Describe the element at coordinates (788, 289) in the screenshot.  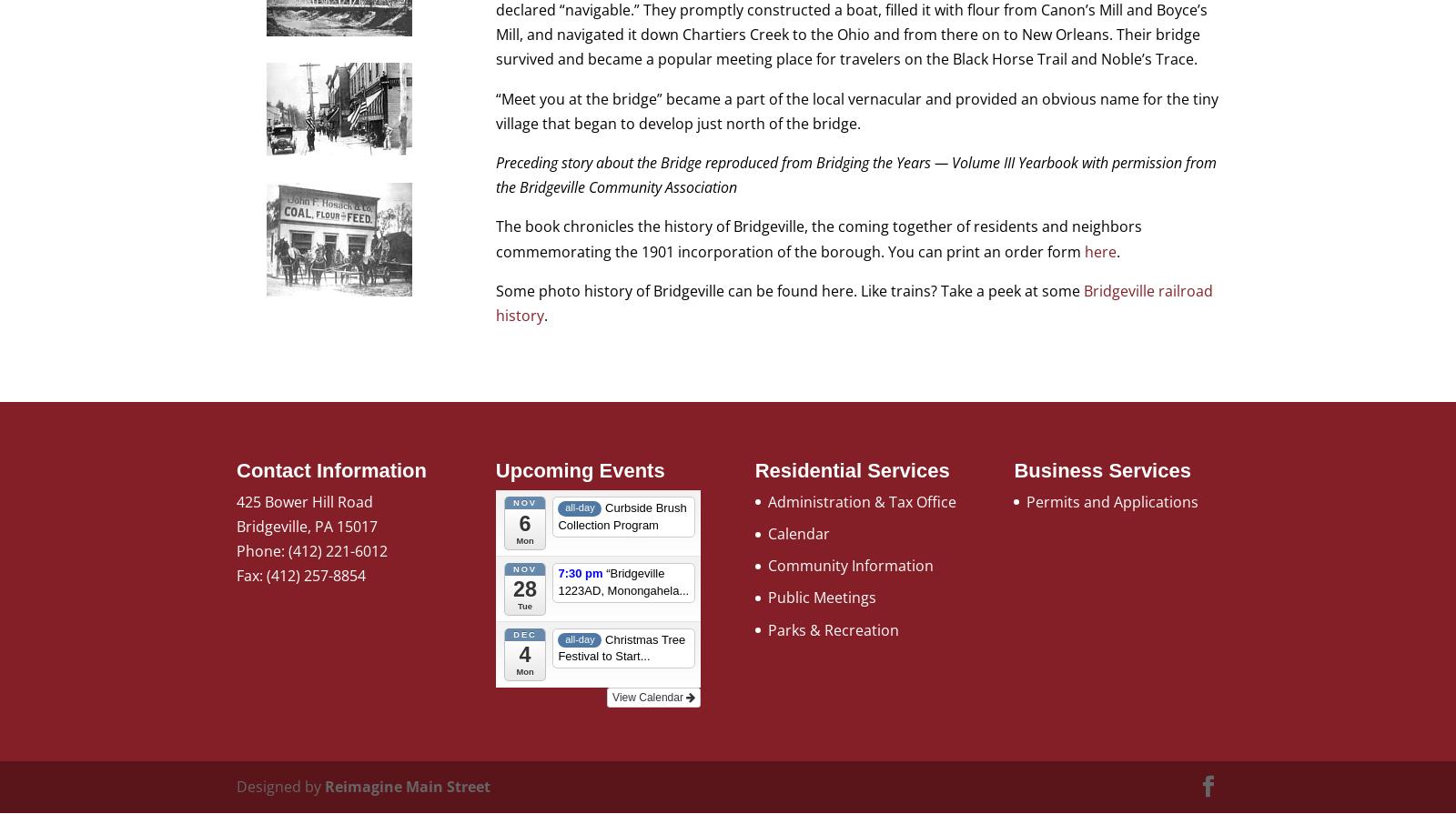
I see `'Some photo history of Bridgeville can be found here. Like trains? Take a peek at some'` at that location.